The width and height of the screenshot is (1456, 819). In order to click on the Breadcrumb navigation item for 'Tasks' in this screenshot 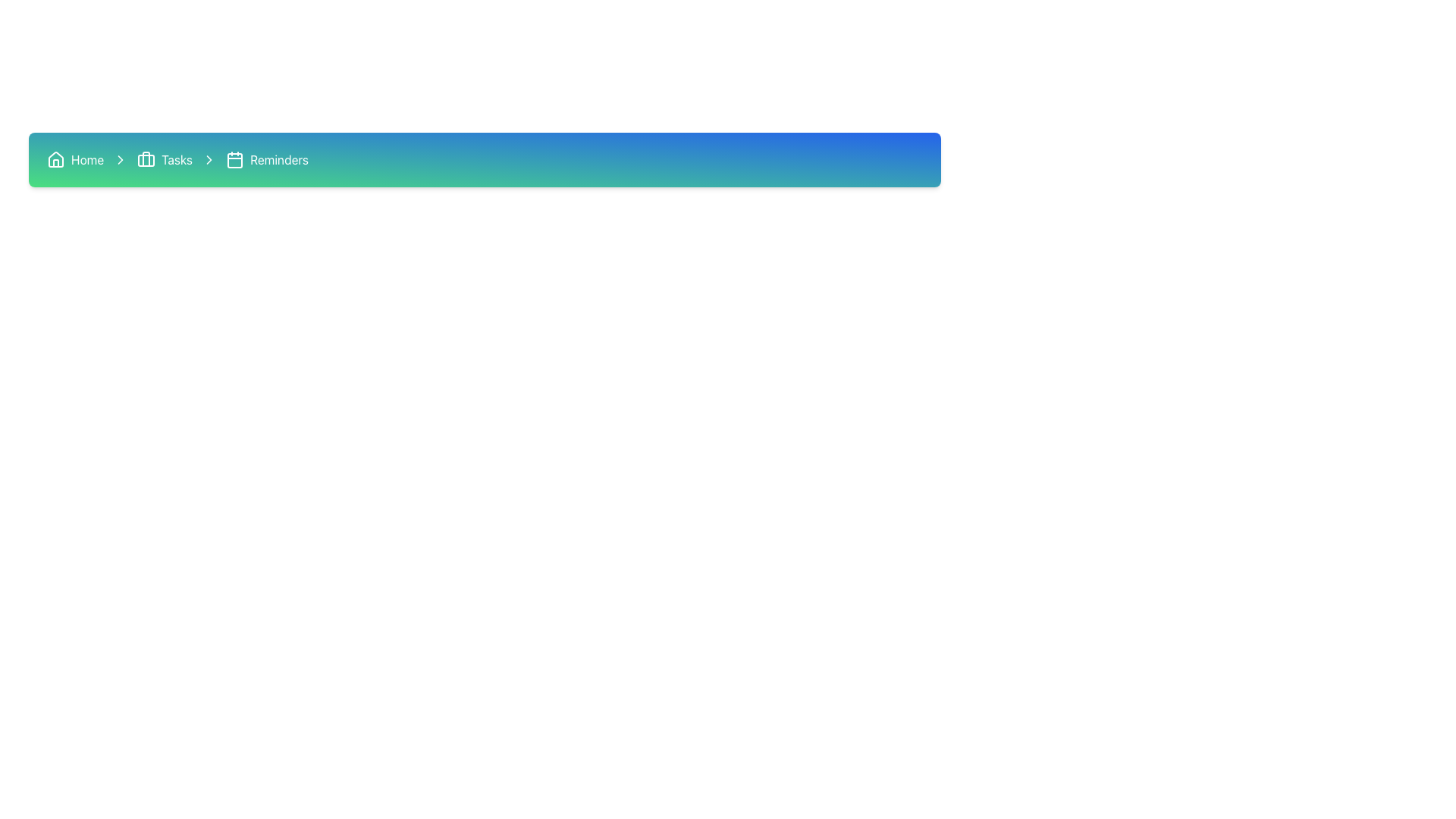, I will do `click(165, 160)`.